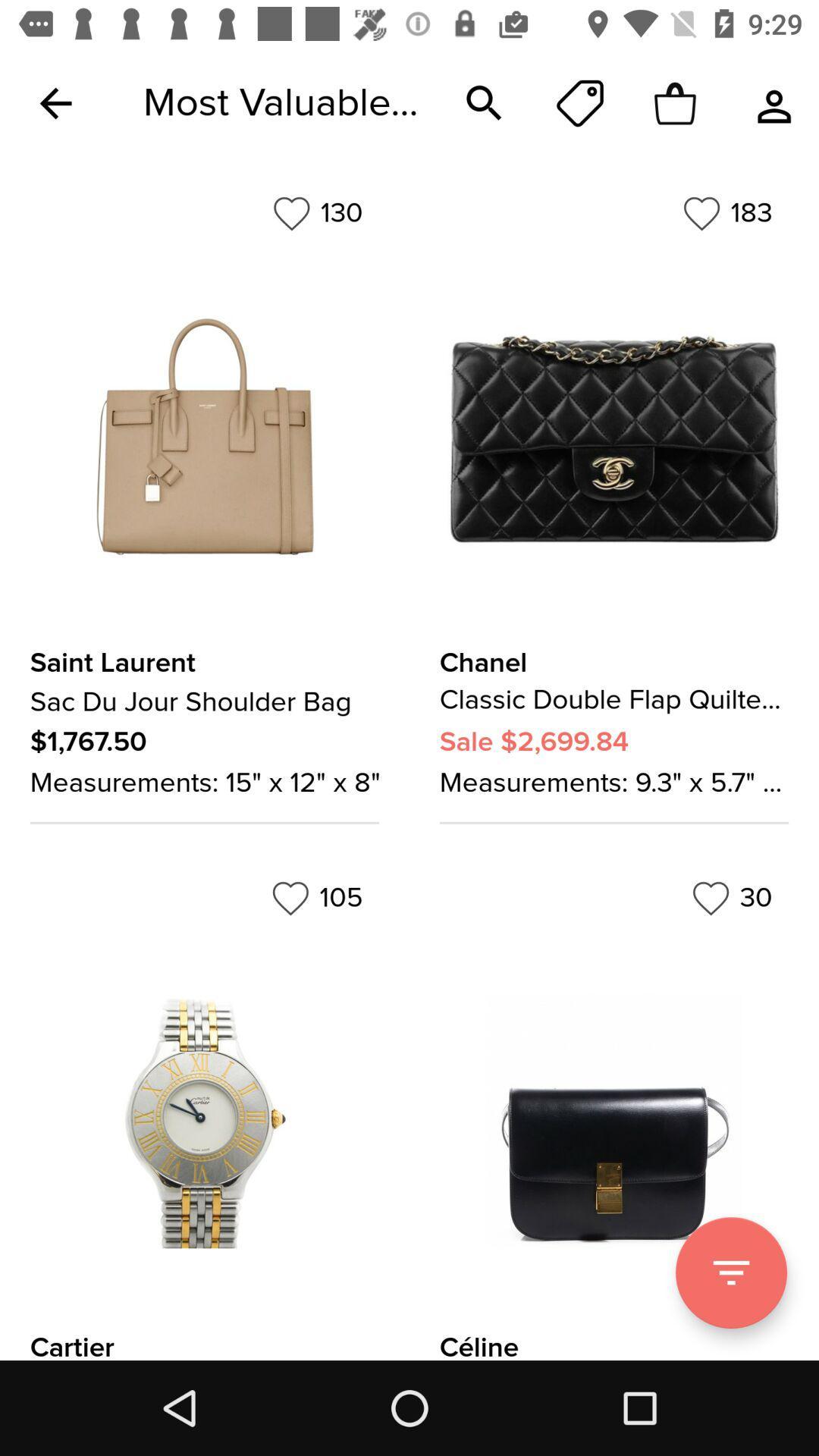 The width and height of the screenshot is (819, 1456). I want to click on the icon to the right of the 105 item, so click(731, 898).